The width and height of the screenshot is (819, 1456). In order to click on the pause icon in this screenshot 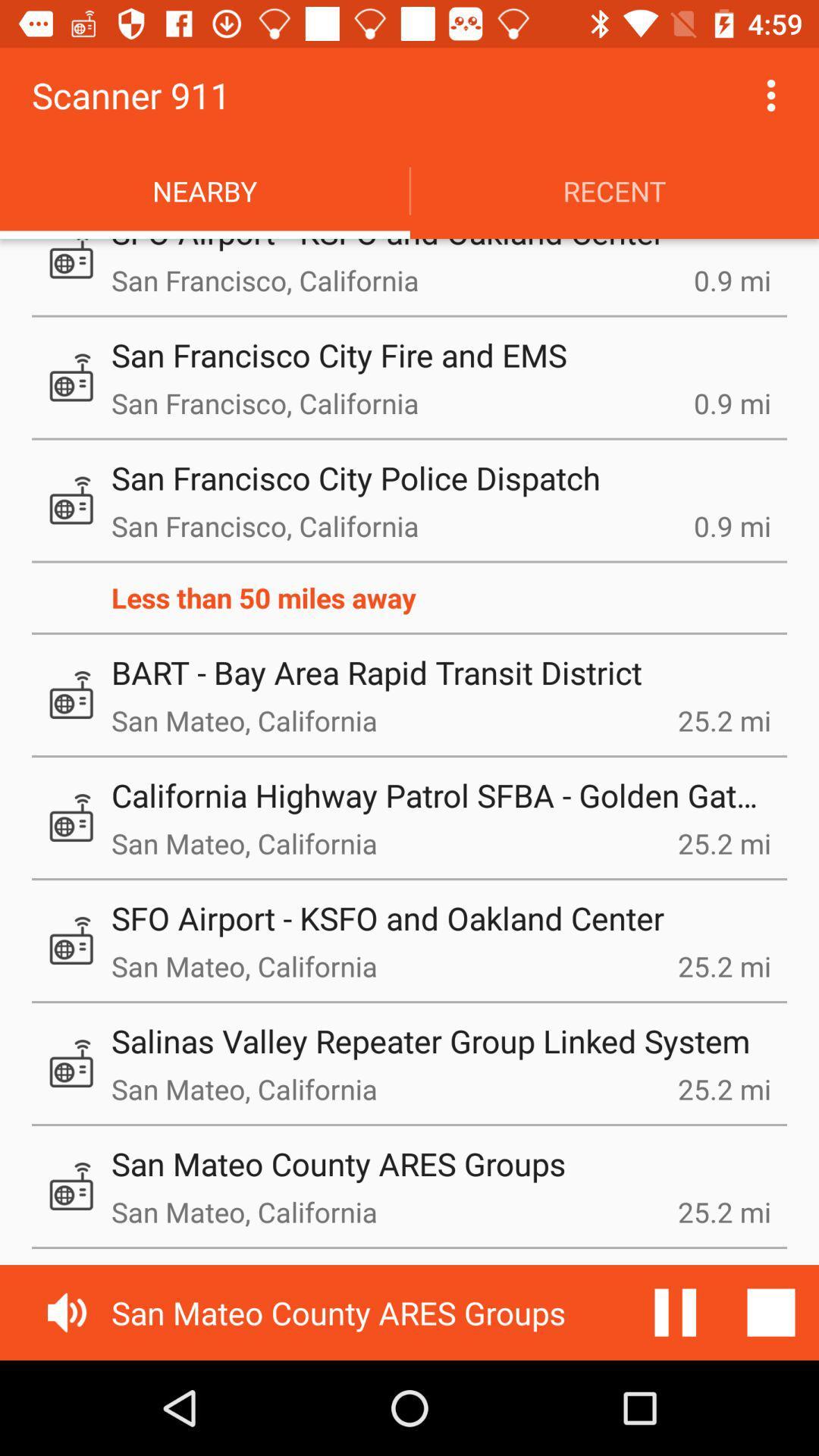, I will do `click(675, 1312)`.